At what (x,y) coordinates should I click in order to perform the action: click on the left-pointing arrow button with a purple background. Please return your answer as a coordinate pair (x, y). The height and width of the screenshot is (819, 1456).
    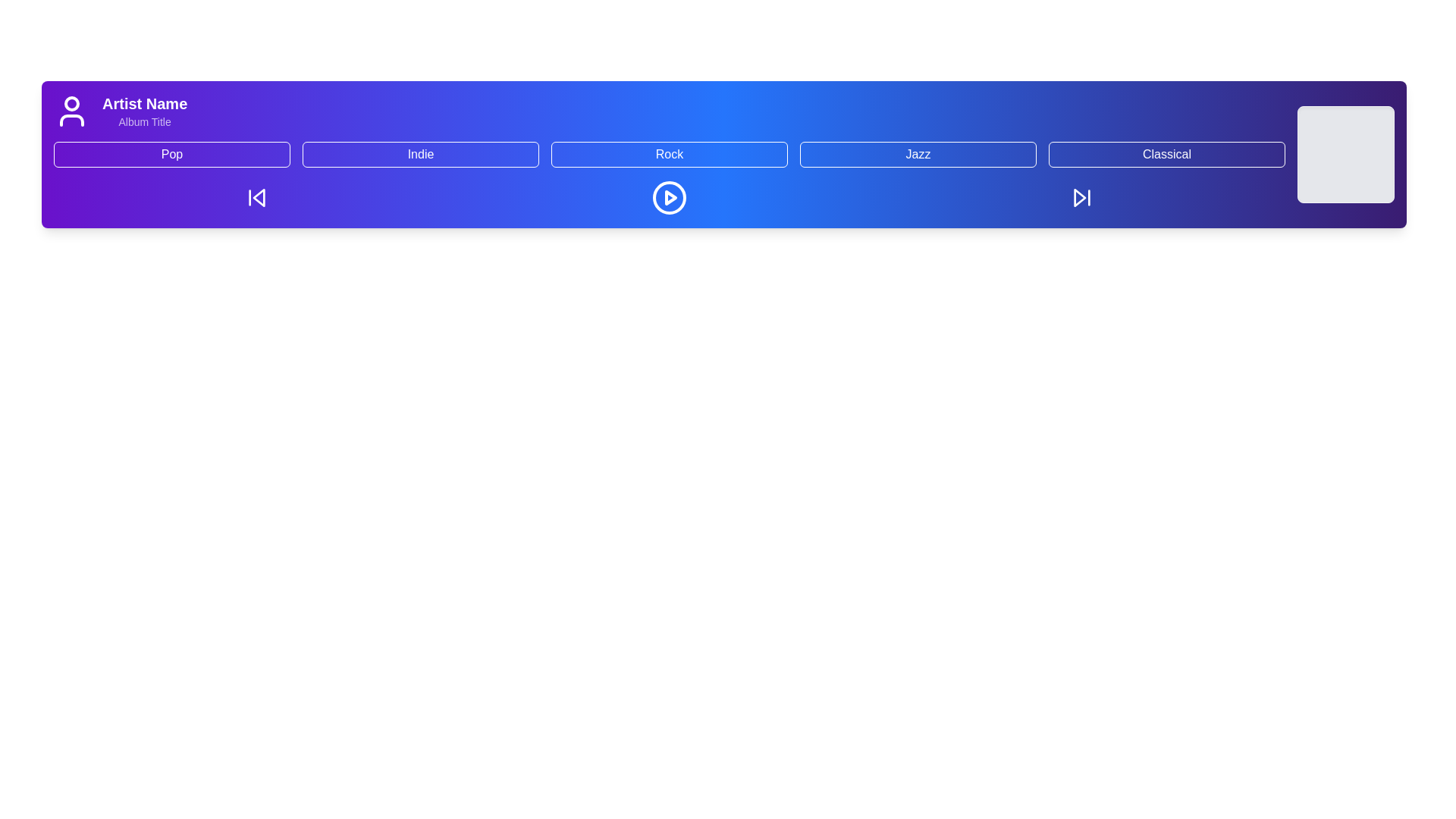
    Looking at the image, I should click on (257, 197).